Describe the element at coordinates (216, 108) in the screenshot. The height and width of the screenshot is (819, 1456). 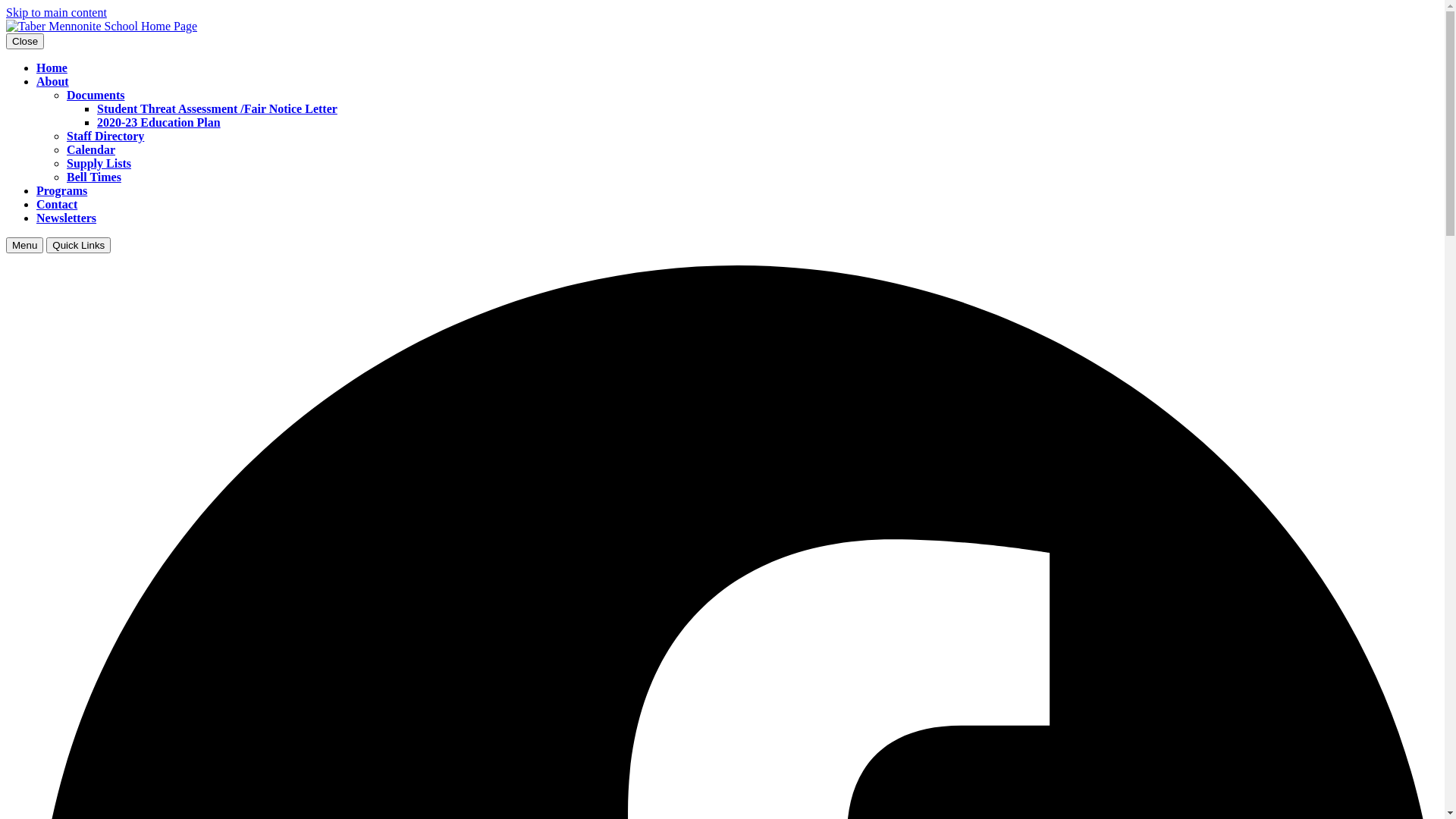
I see `'Student Threat Assessment /Fair Notice Letter'` at that location.